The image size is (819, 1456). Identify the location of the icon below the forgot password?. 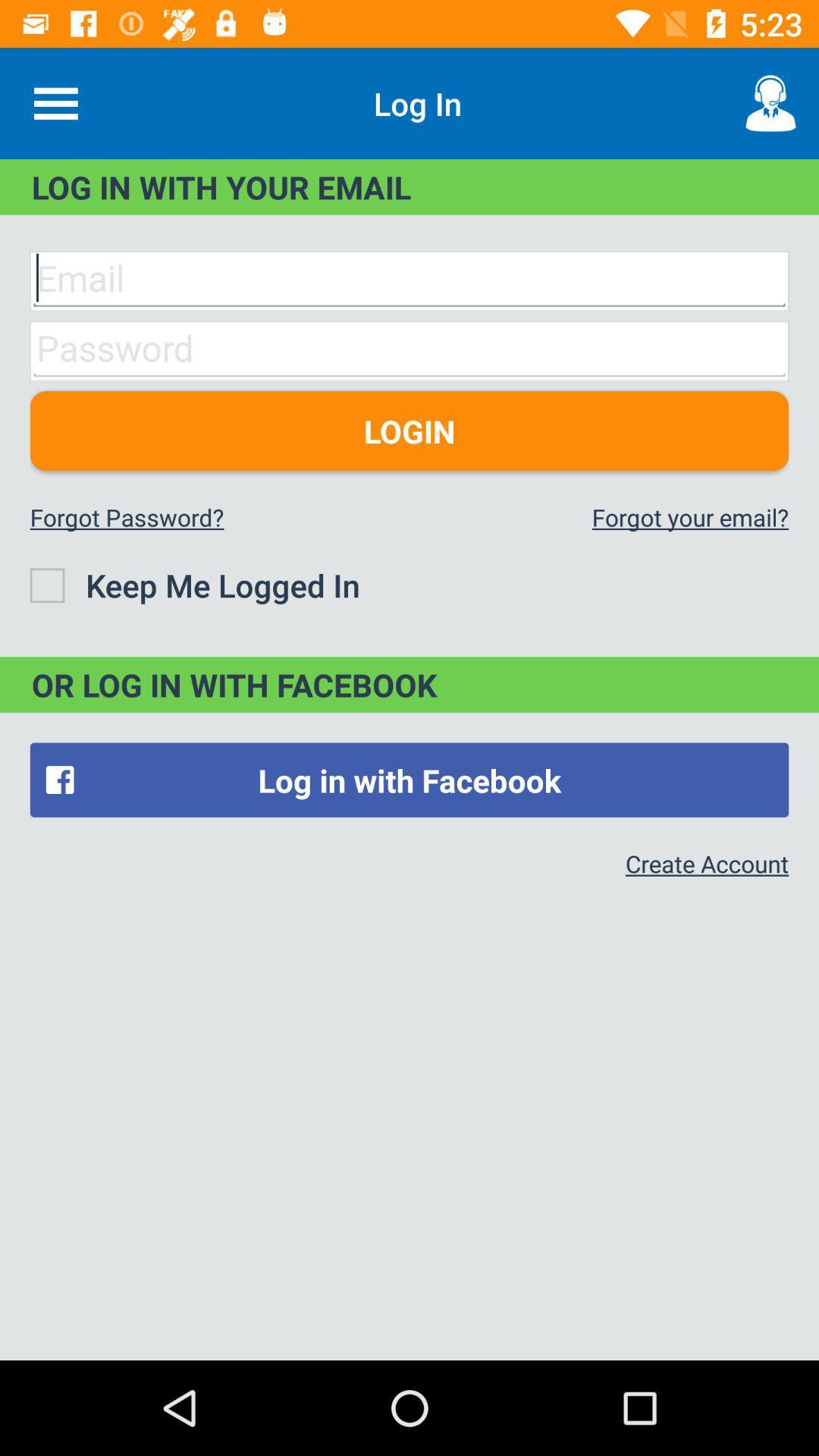
(194, 584).